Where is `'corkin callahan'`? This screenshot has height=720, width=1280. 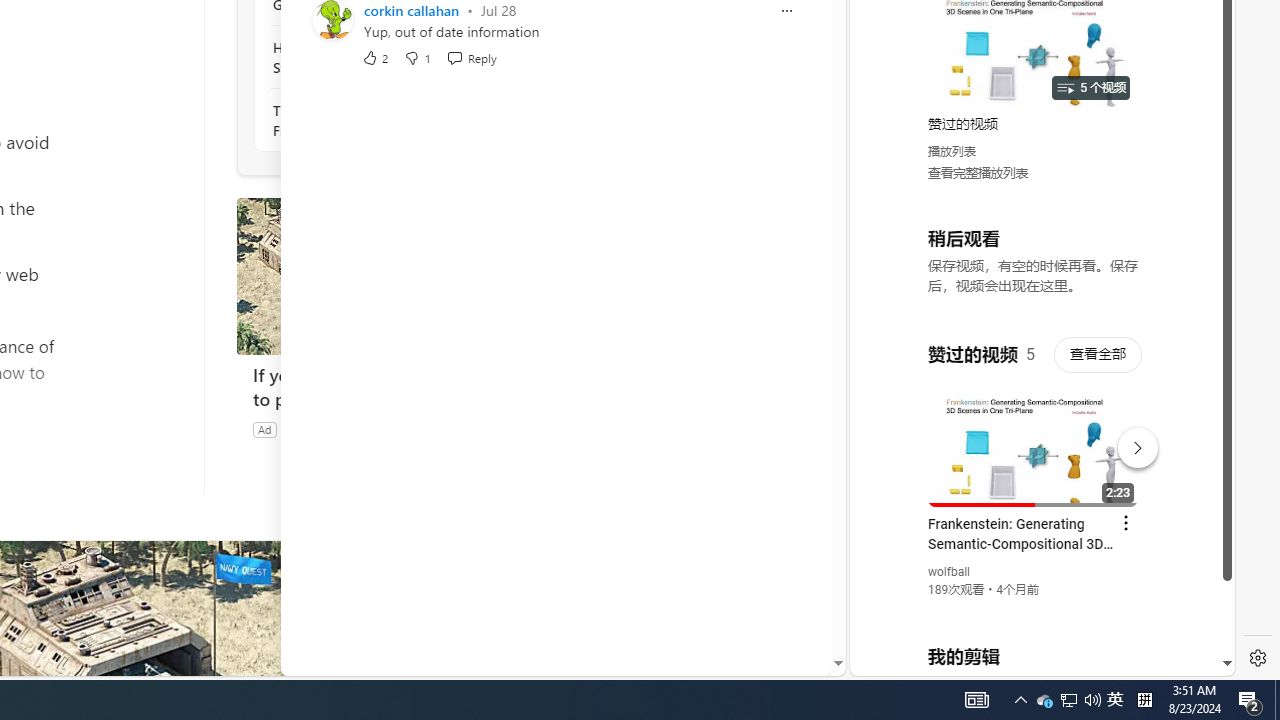 'corkin callahan' is located at coordinates (410, 10).